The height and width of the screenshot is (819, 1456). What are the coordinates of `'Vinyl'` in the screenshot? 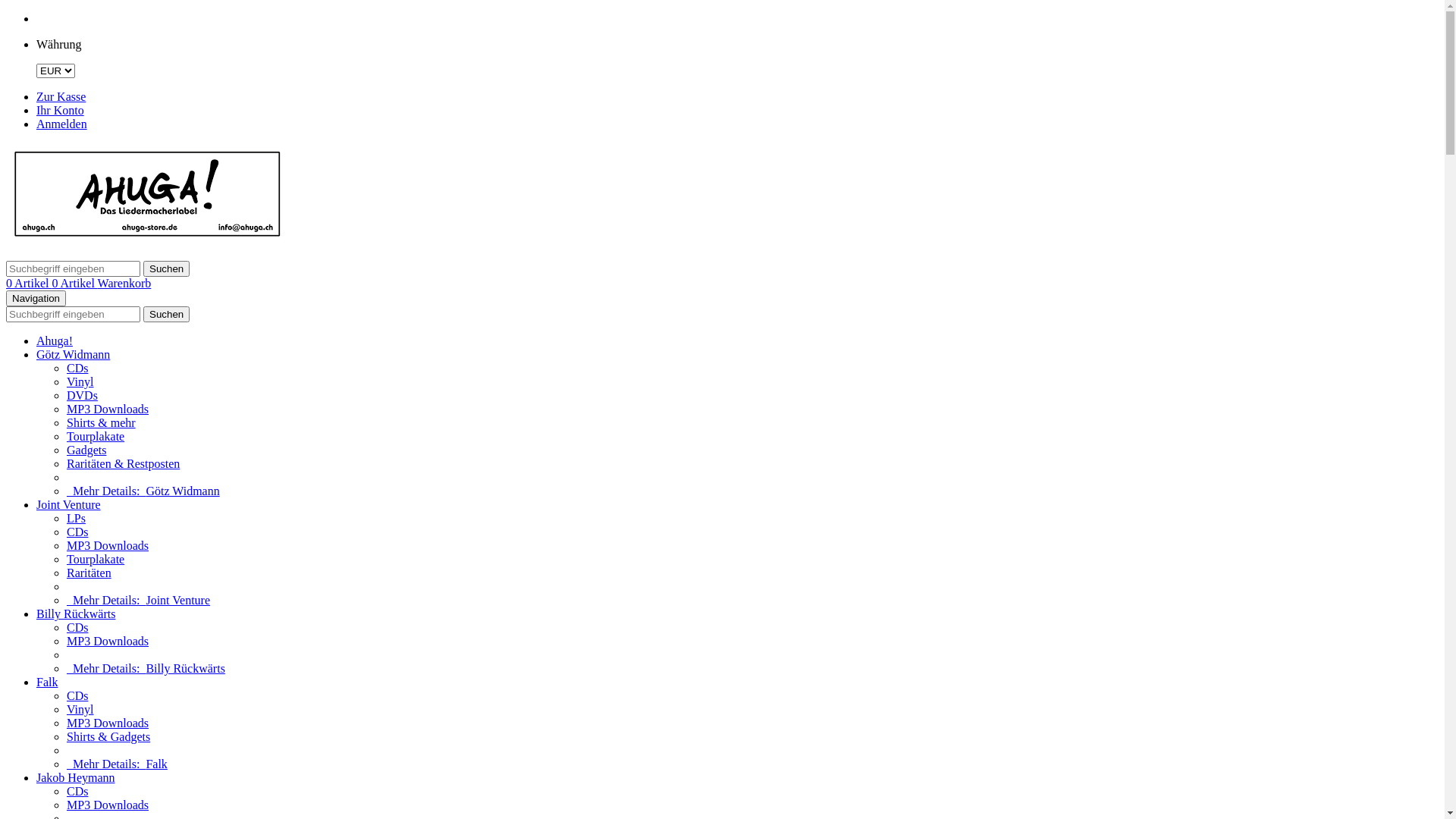 It's located at (79, 381).